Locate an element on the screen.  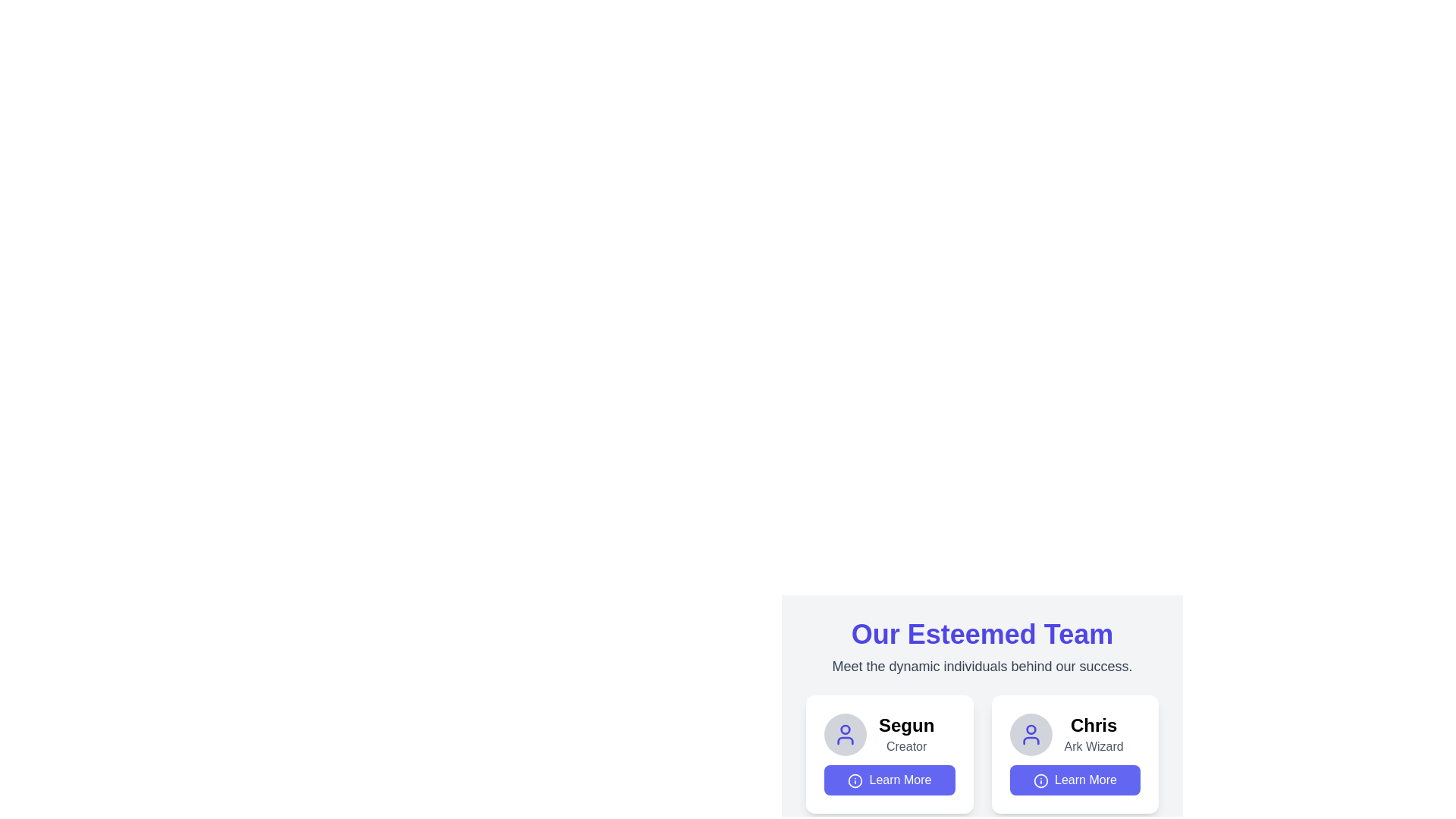
the 'ChrisArk Wizard' text label and icon, which features a prominent bold 'Chris' and a smaller 'Ark Wizard' beneath it, located above the 'Learn More' button in the team section is located at coordinates (1074, 733).